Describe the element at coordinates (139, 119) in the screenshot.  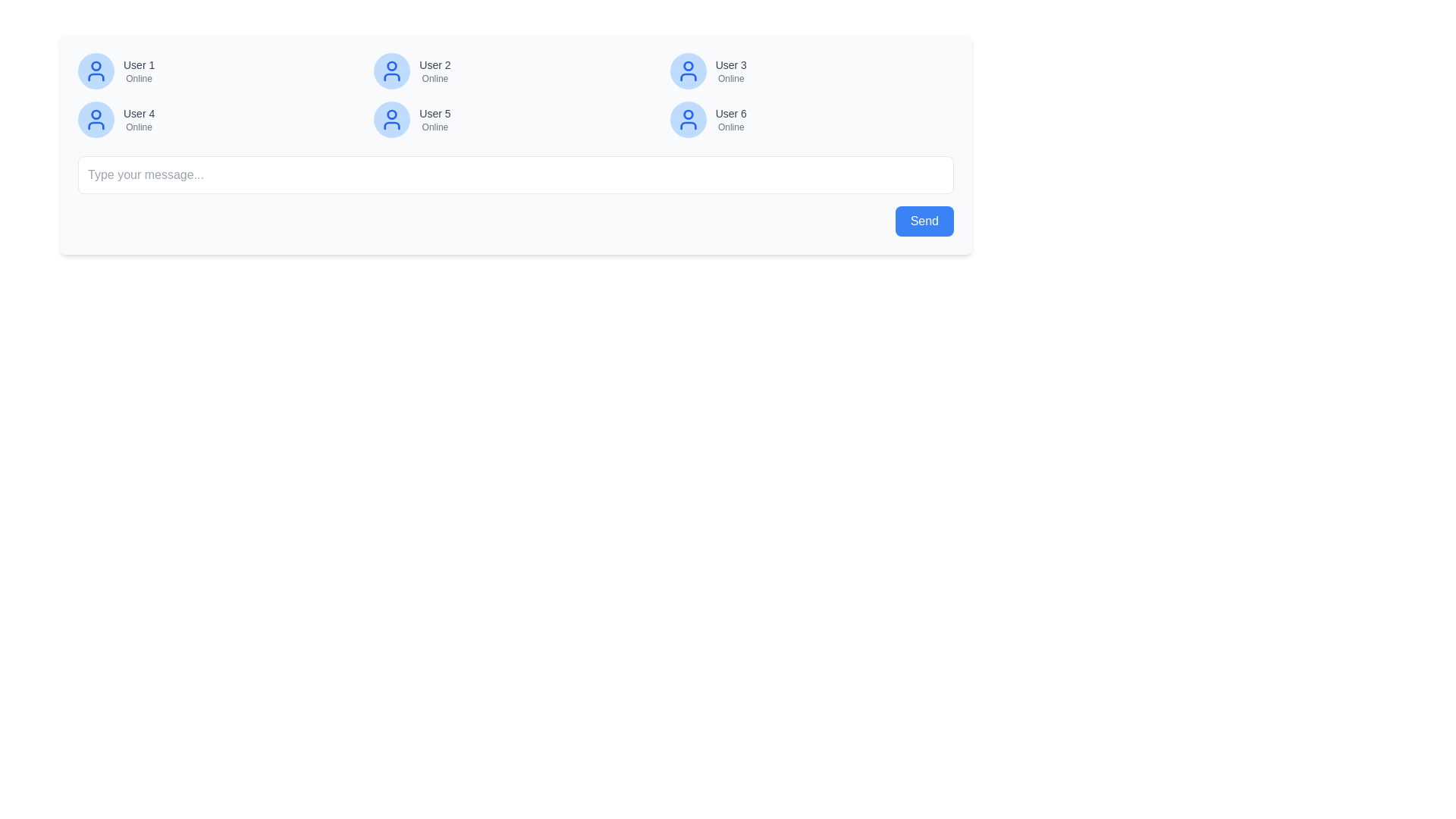
I see `the user status element indicating 'User 4 Online', which is styled with a medium gray font for the name and a smaller, lighter gray font for the status` at that location.